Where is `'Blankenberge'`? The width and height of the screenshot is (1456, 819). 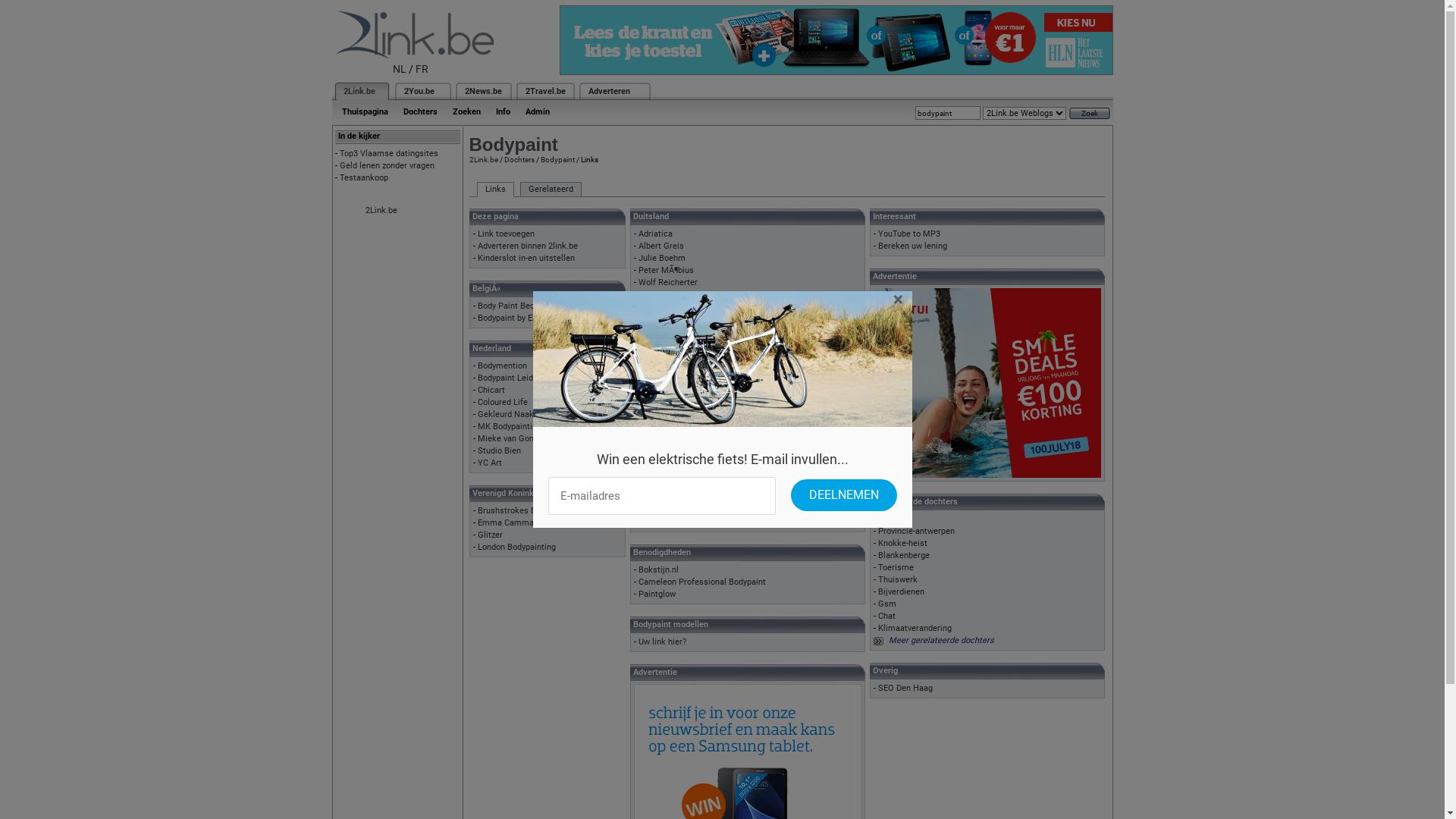
'Blankenberge' is located at coordinates (903, 555).